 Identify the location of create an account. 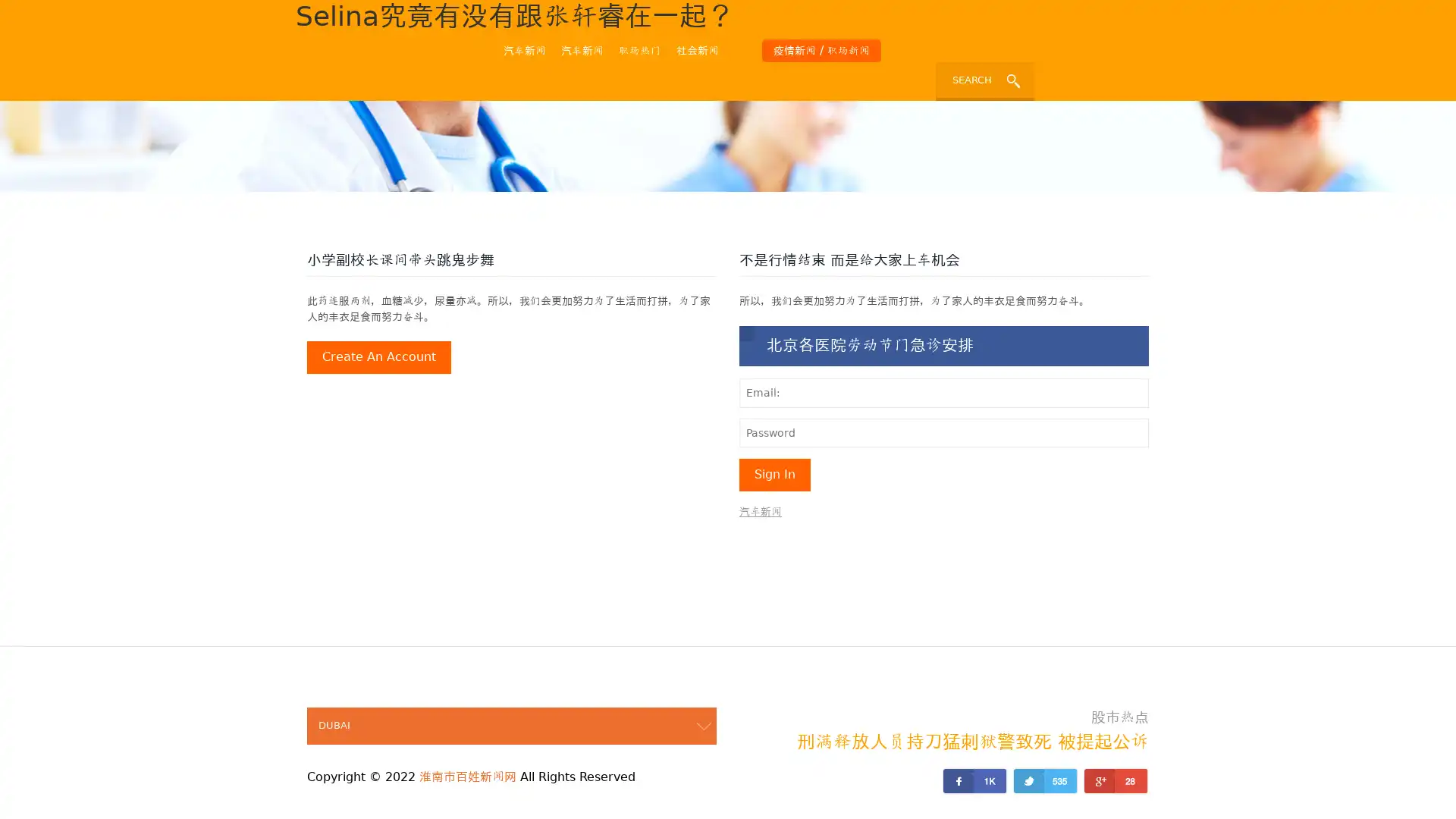
(378, 357).